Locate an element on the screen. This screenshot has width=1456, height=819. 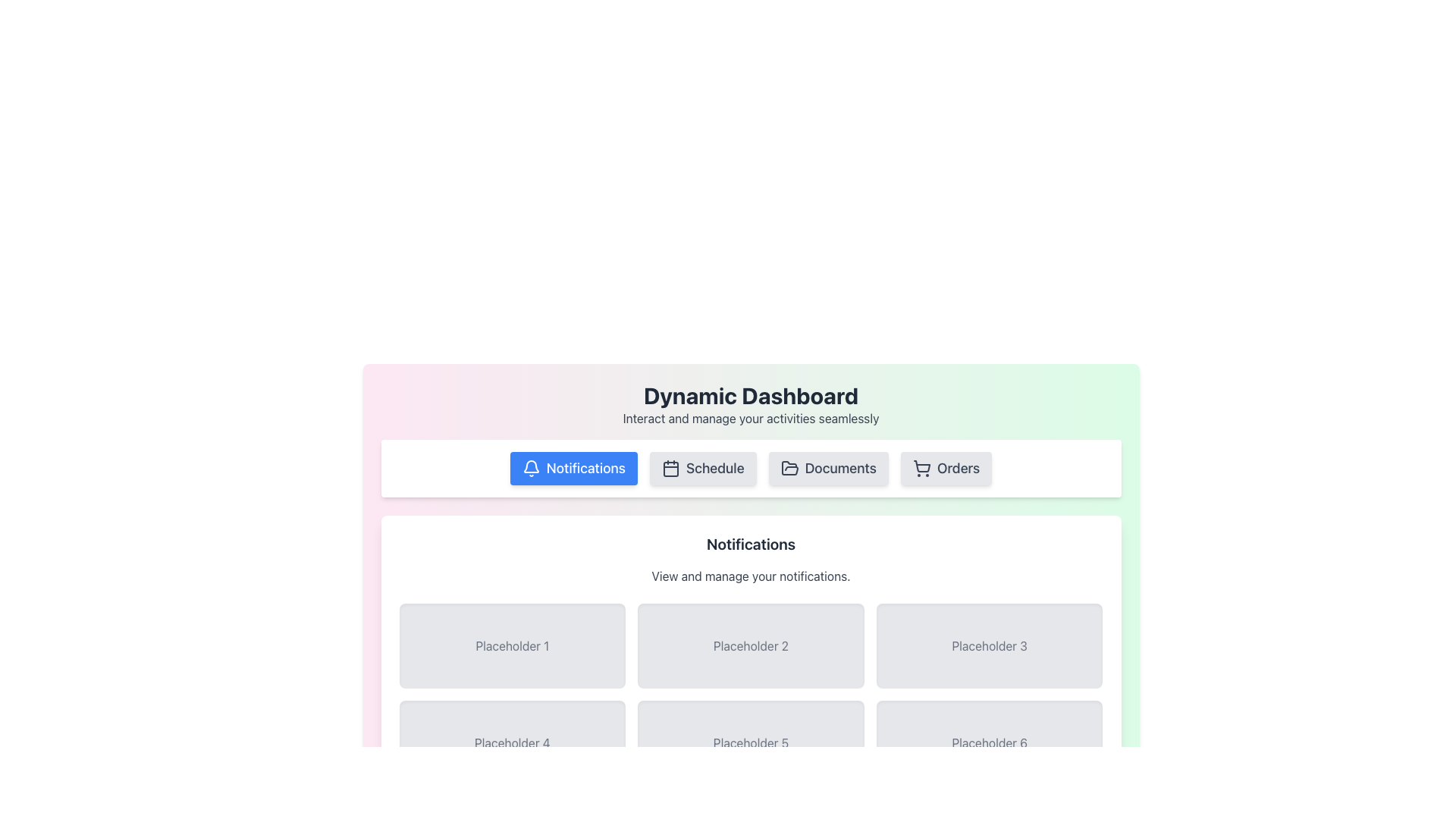
the static box with the label text 'Placeholder 6' located in the bottom right corner of the grid layout within the 'Notifications' section of the dashboard is located at coordinates (990, 742).